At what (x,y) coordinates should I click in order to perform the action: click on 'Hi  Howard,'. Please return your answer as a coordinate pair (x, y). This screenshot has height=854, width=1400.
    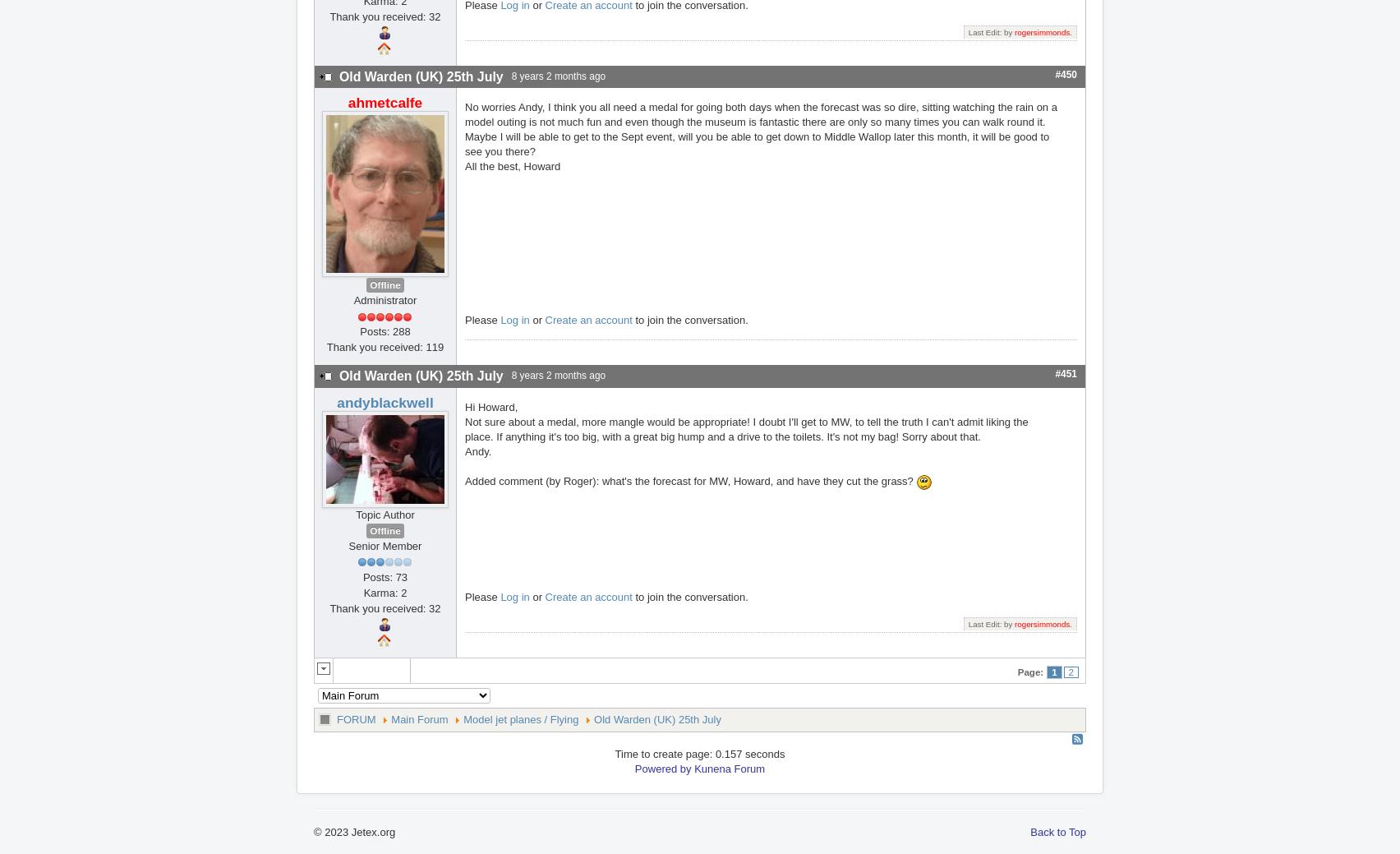
    Looking at the image, I should click on (490, 405).